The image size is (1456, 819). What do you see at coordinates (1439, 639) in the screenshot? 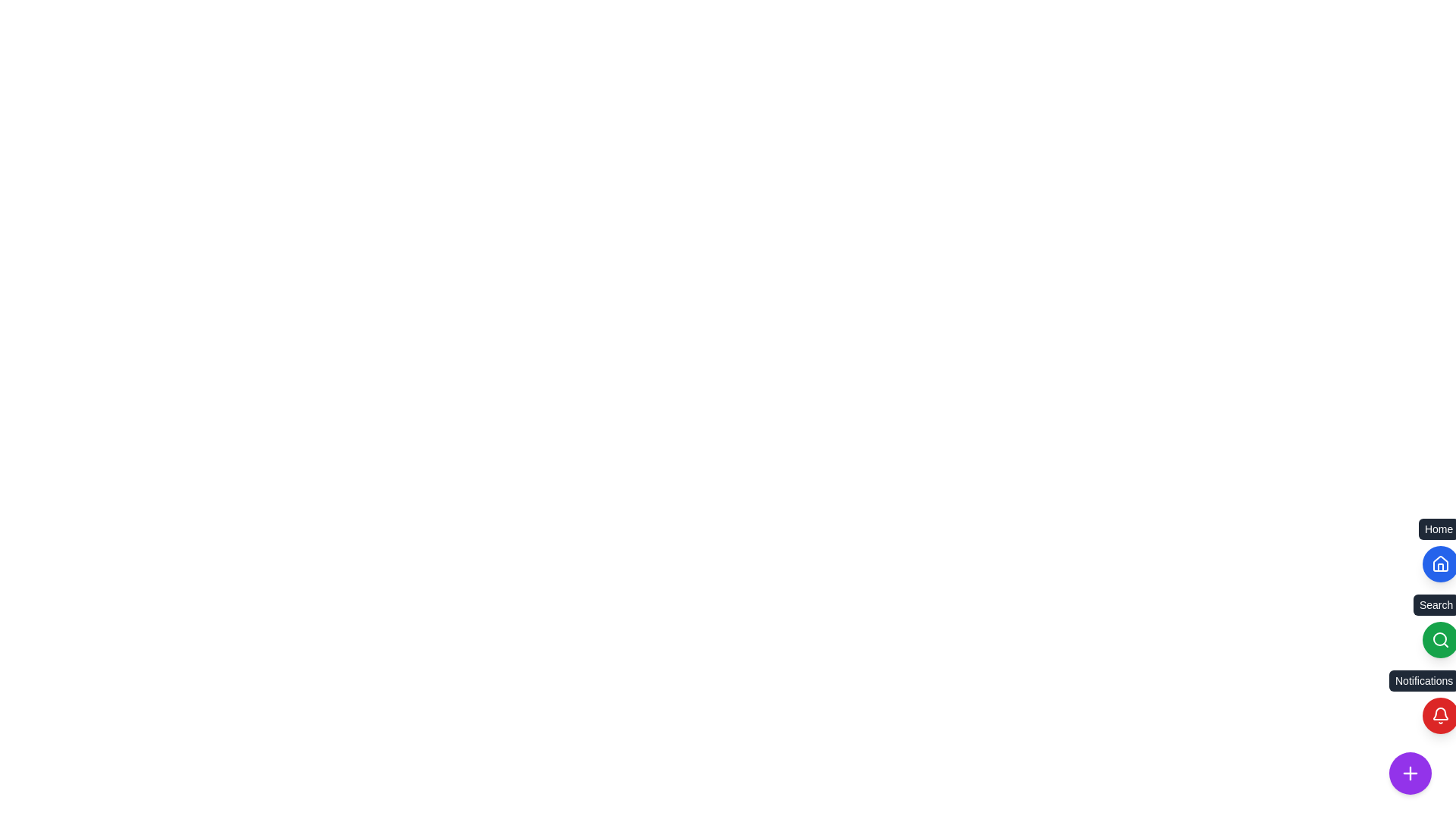
I see `the inner circular component of the green-filled search icon located on the right side, second from the top in the vertical arrangement of functional icons` at bounding box center [1439, 639].